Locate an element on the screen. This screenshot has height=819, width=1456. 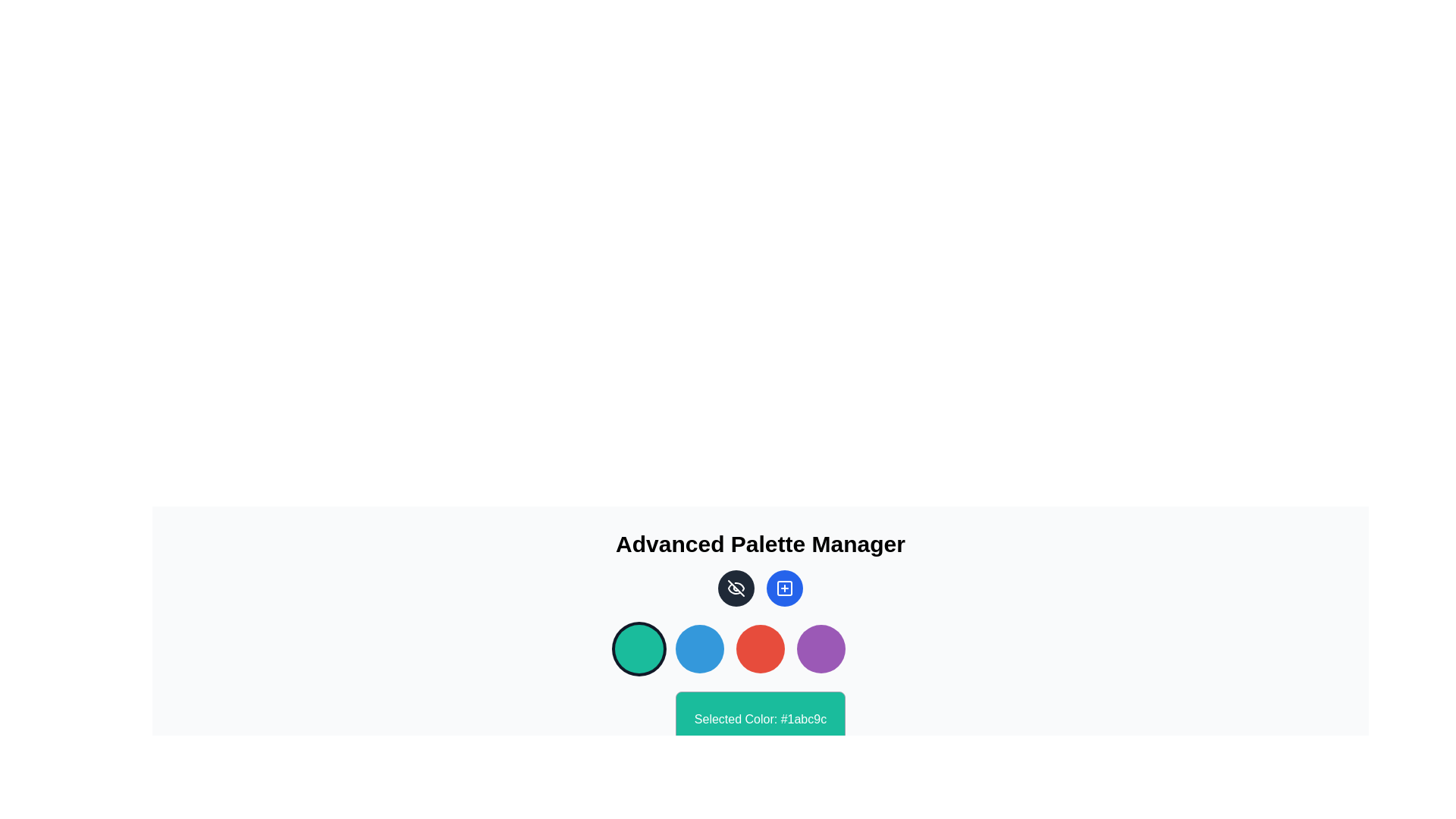
the first circular button with a teal background located at the far left of the row of buttons in the bottom section of the interface is located at coordinates (639, 648).